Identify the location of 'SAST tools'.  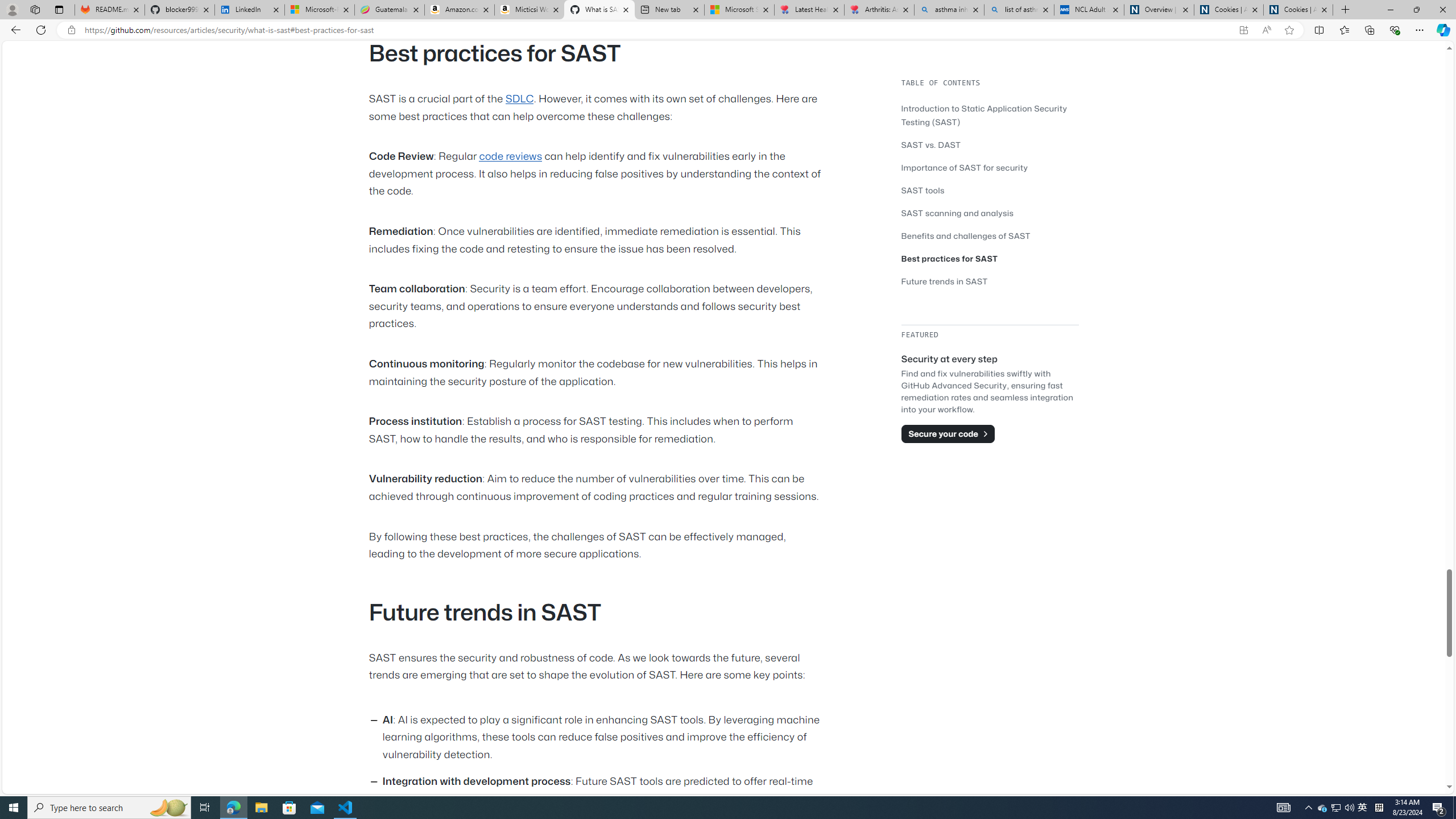
(990, 189).